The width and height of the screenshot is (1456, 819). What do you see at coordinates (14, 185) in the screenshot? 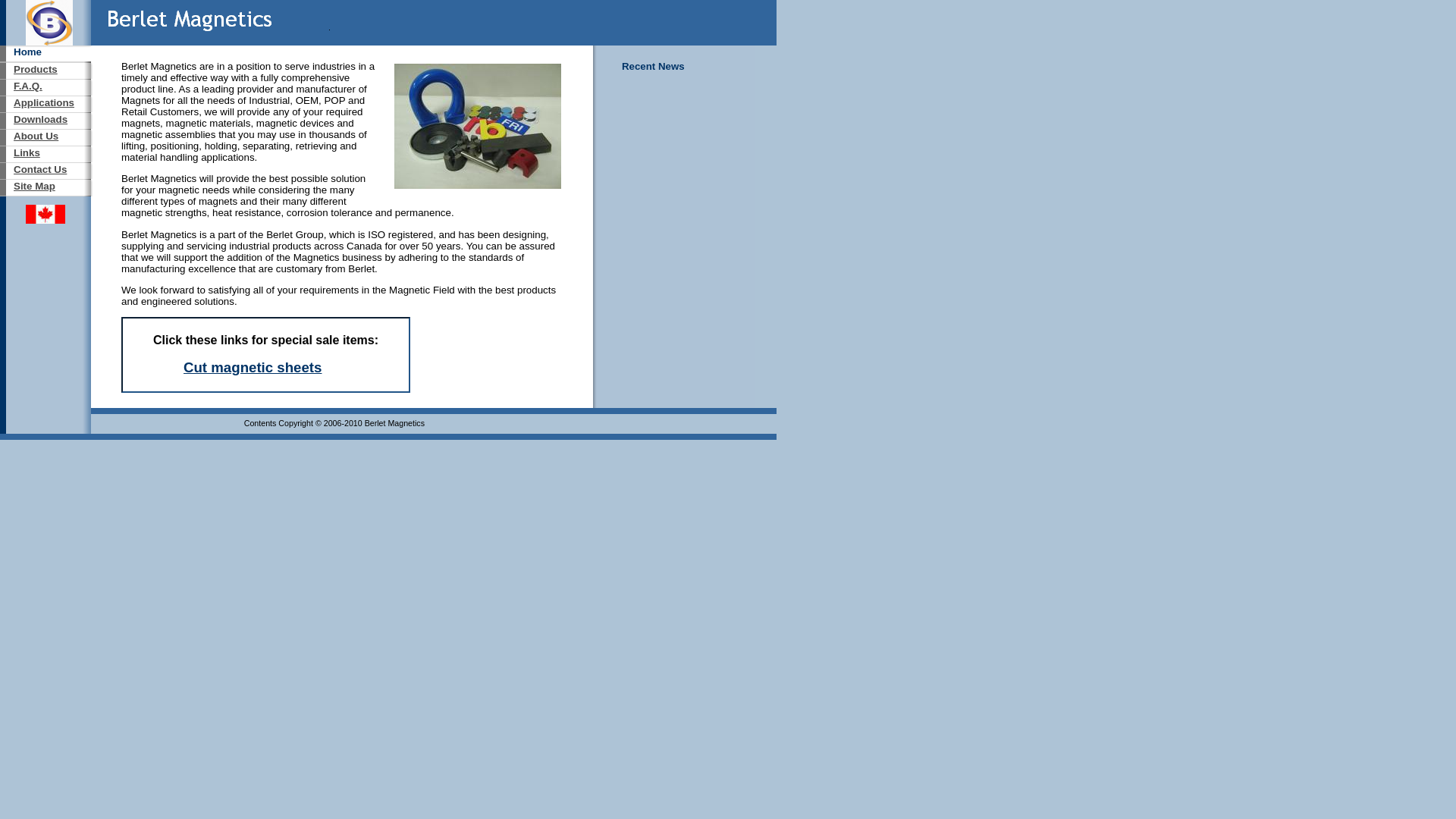
I see `'Site Map'` at bounding box center [14, 185].